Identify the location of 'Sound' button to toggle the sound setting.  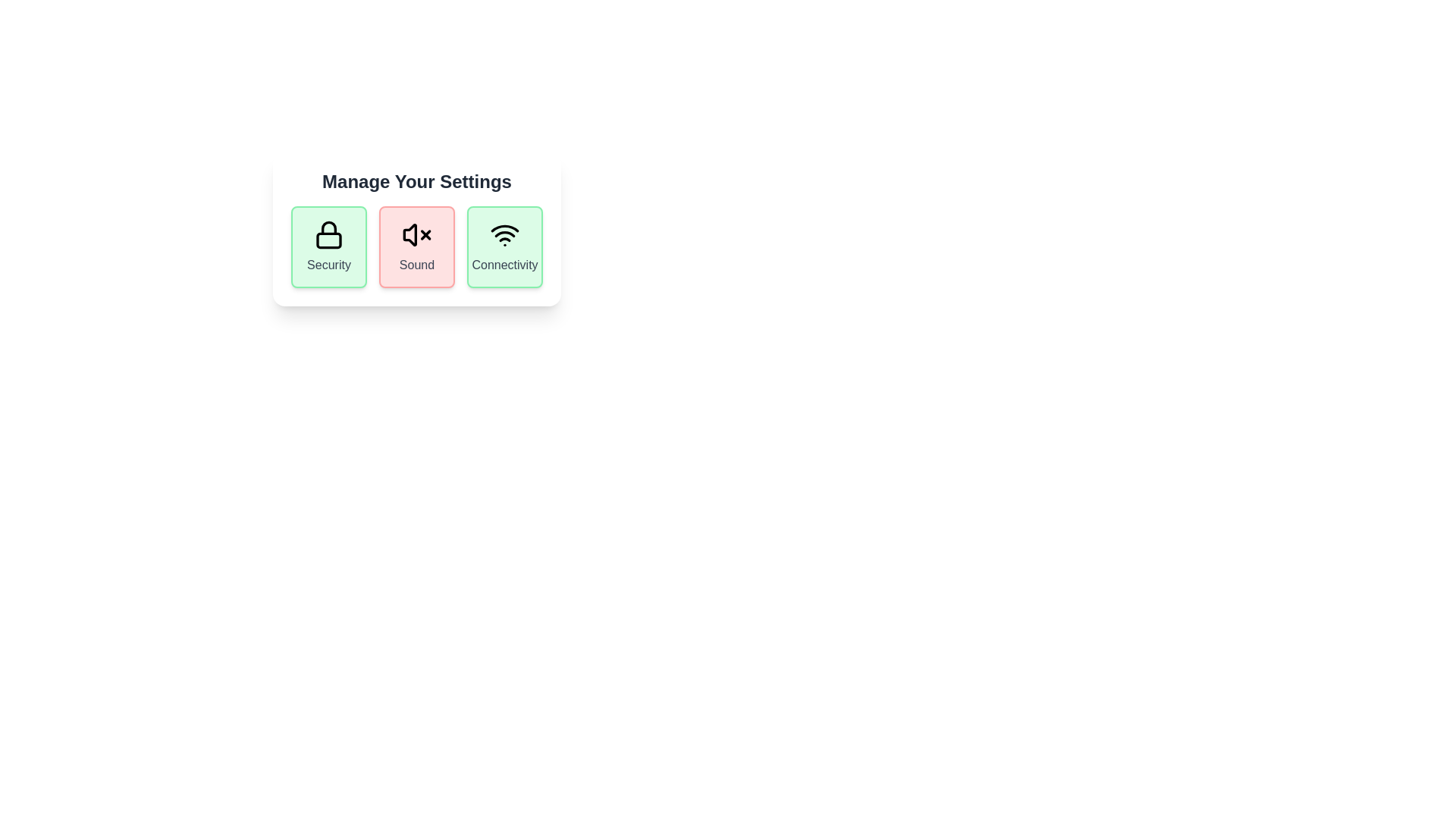
(417, 246).